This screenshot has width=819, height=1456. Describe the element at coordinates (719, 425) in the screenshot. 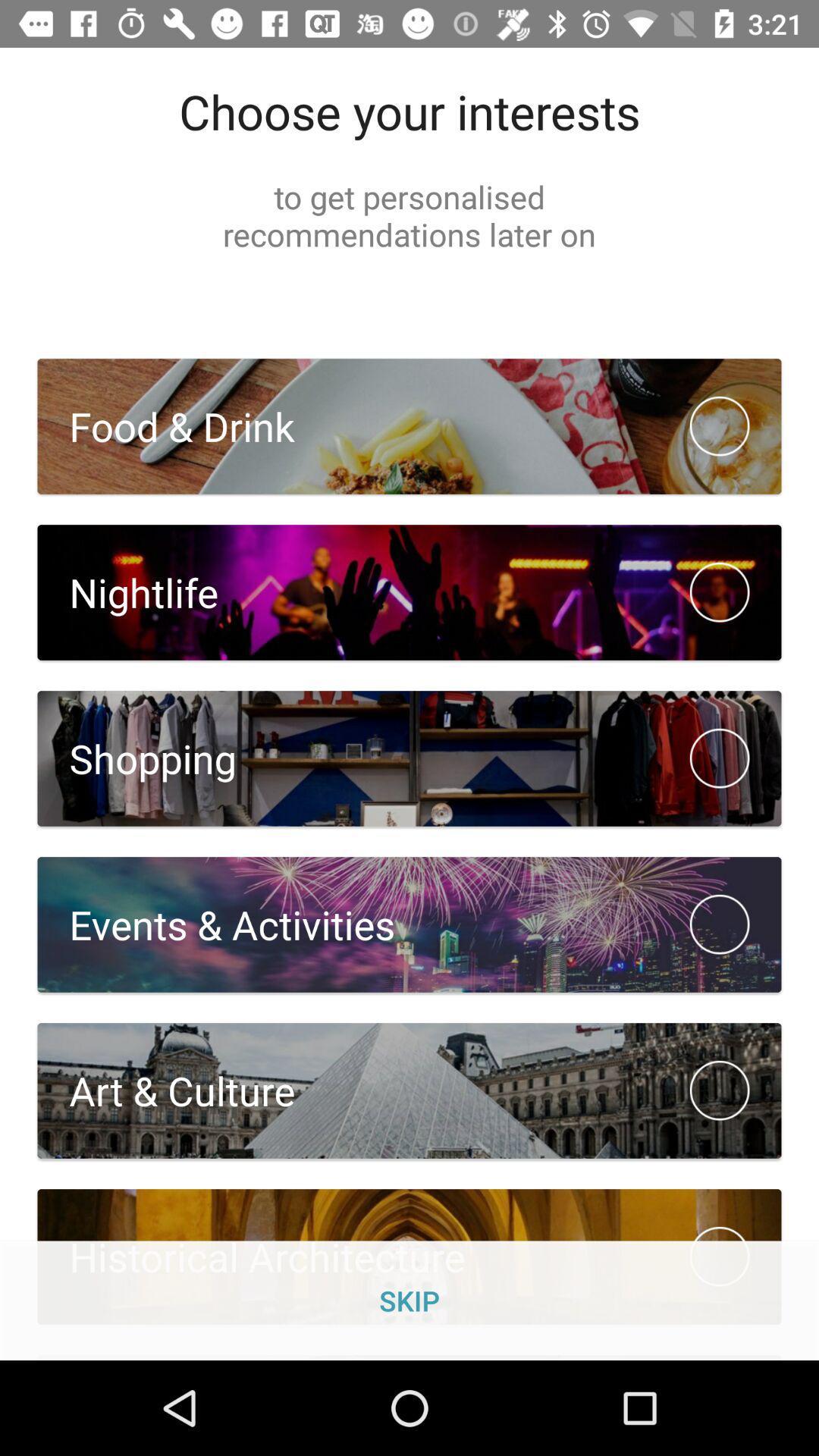

I see `icon on the left side of food  drink` at that location.